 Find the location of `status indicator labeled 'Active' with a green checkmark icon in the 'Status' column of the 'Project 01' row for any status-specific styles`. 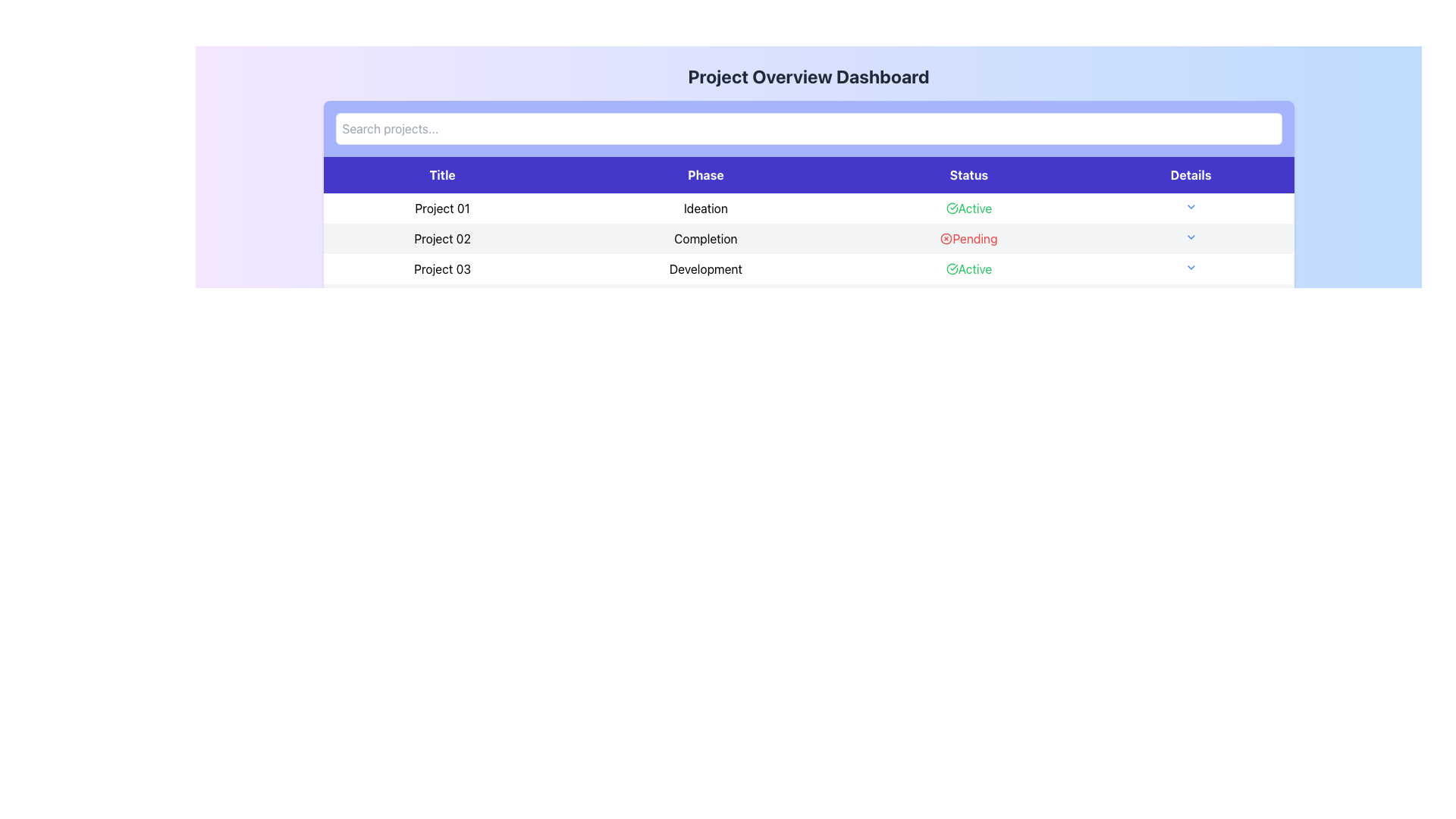

status indicator labeled 'Active' with a green checkmark icon in the 'Status' column of the 'Project 01' row for any status-specific styles is located at coordinates (968, 208).